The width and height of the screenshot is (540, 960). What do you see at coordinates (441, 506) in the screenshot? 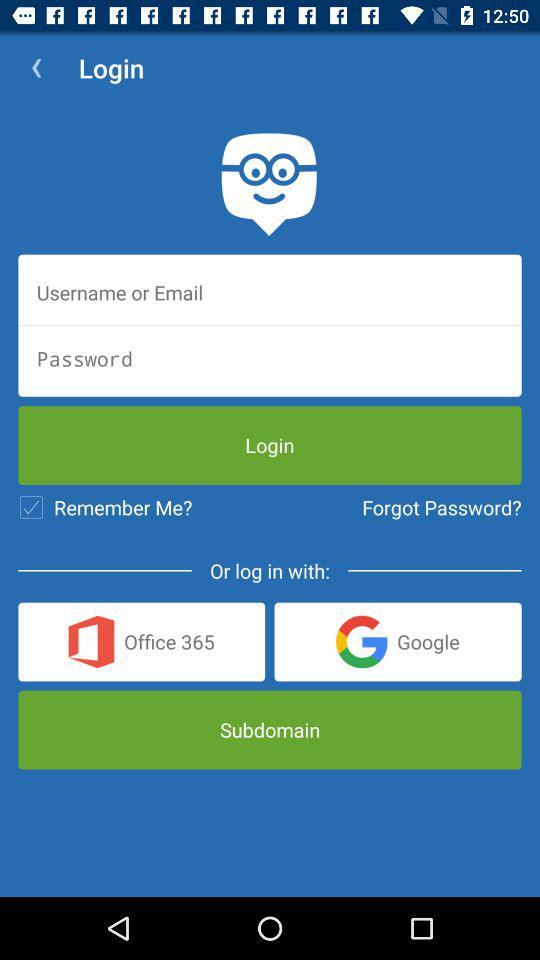
I see `forgot password?` at bounding box center [441, 506].